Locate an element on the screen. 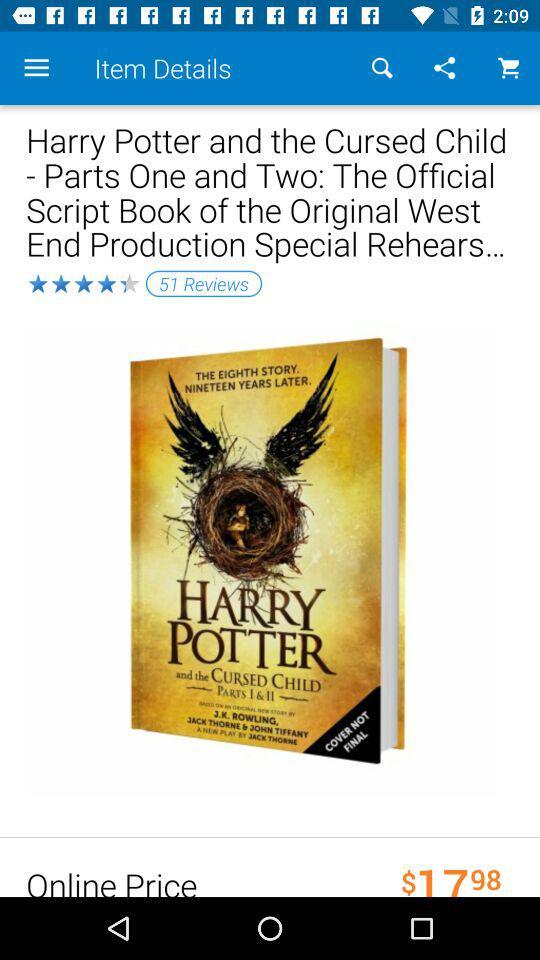  item above the harry potter and is located at coordinates (508, 68).